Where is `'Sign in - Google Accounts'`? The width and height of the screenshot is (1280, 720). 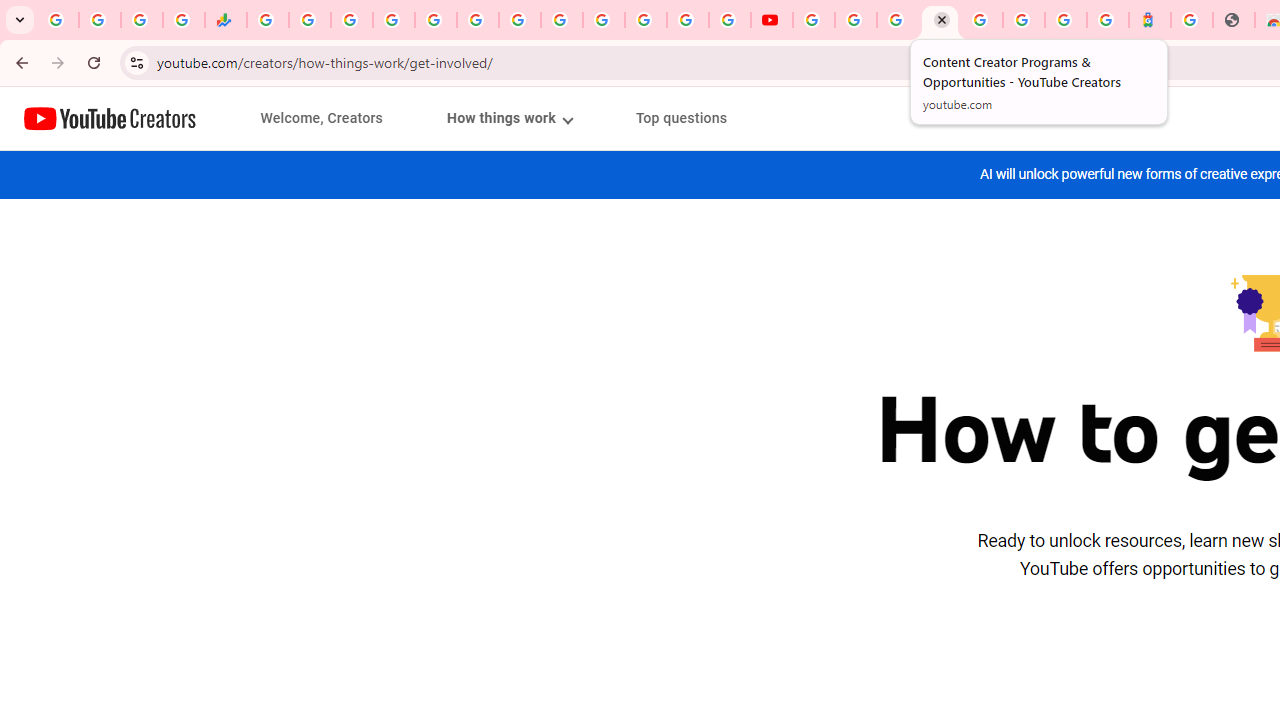 'Sign in - Google Accounts' is located at coordinates (393, 20).